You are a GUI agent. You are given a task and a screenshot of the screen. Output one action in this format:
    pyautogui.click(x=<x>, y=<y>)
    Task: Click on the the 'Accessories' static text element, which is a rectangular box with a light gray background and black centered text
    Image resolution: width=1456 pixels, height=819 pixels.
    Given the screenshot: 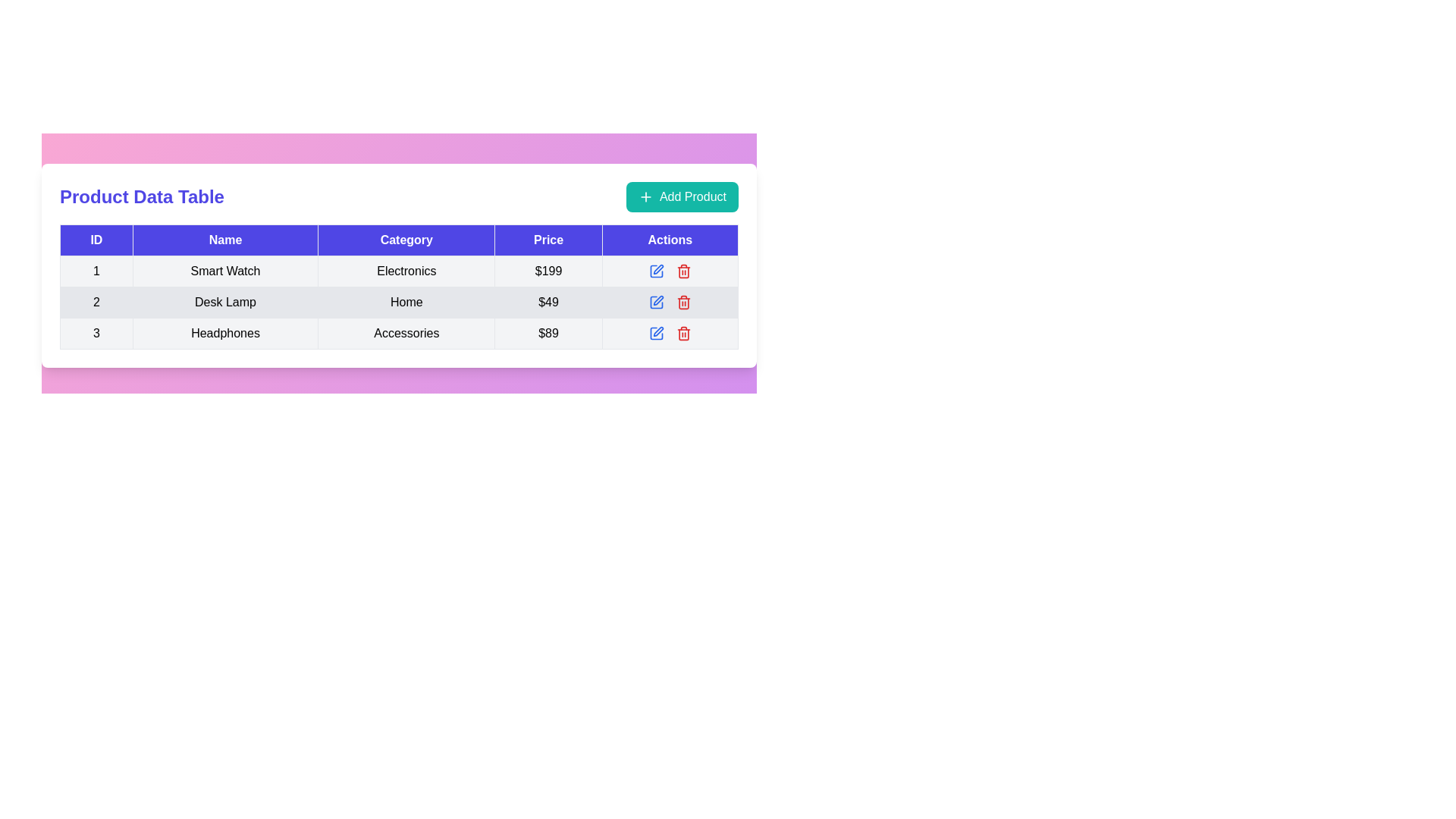 What is the action you would take?
    pyautogui.click(x=406, y=332)
    